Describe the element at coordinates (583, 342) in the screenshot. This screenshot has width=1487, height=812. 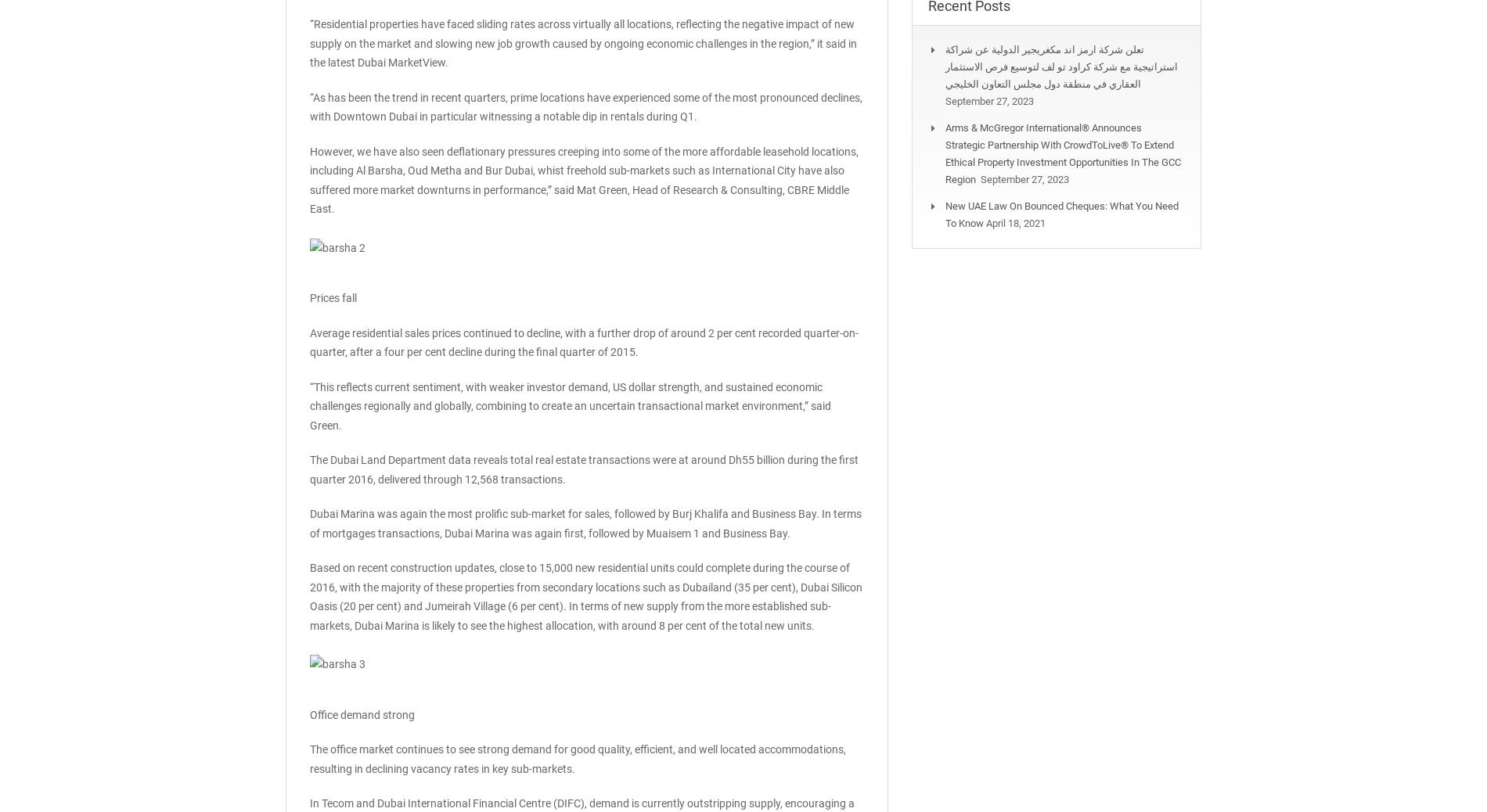
I see `'Average residential sales prices continued to decline, with a further drop of around 2 per cent recorded quarter-on-quarter, after a four per cent decline during the final quarter of 2015.'` at that location.